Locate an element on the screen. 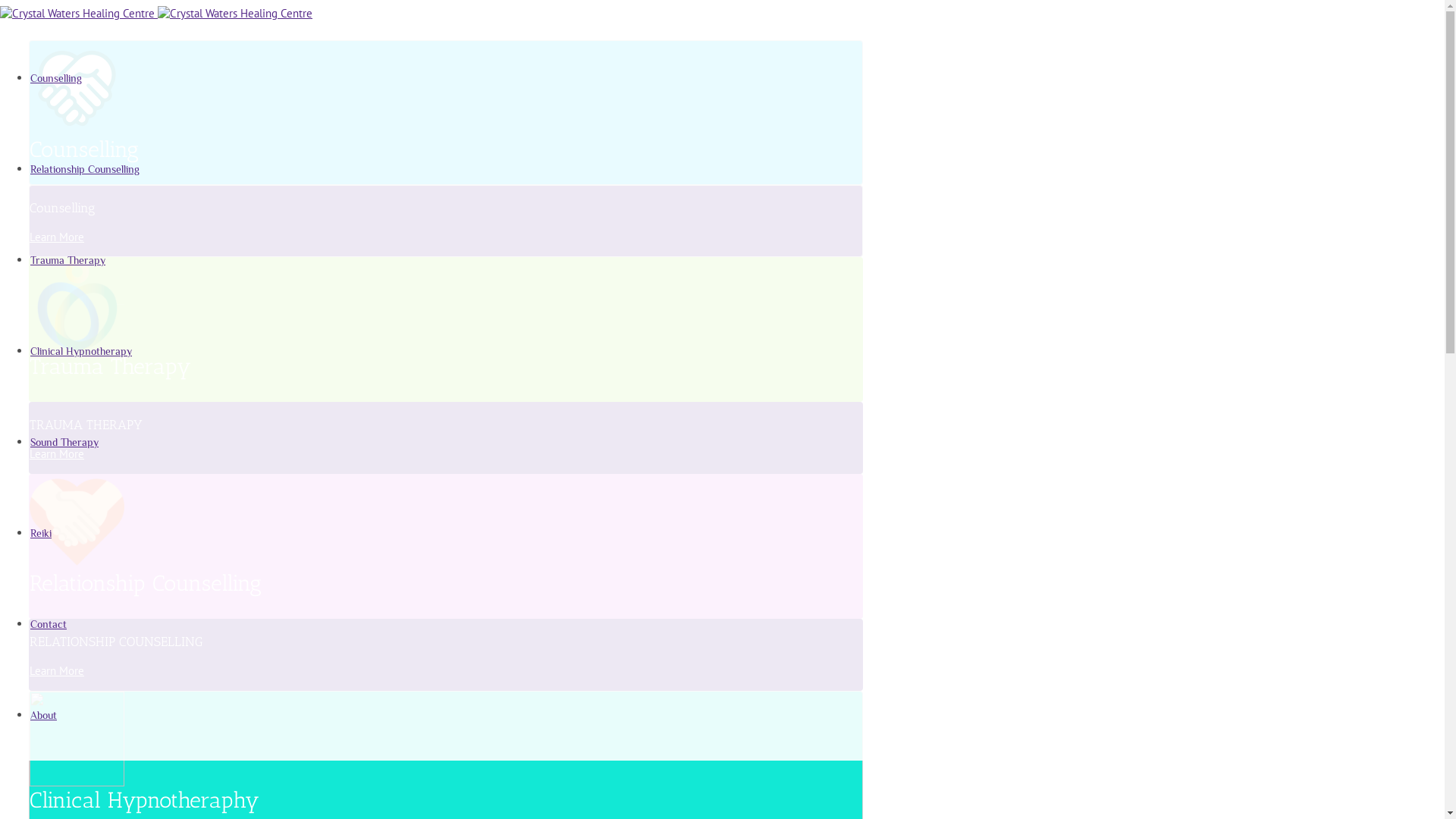  'Learn More' is located at coordinates (29, 237).